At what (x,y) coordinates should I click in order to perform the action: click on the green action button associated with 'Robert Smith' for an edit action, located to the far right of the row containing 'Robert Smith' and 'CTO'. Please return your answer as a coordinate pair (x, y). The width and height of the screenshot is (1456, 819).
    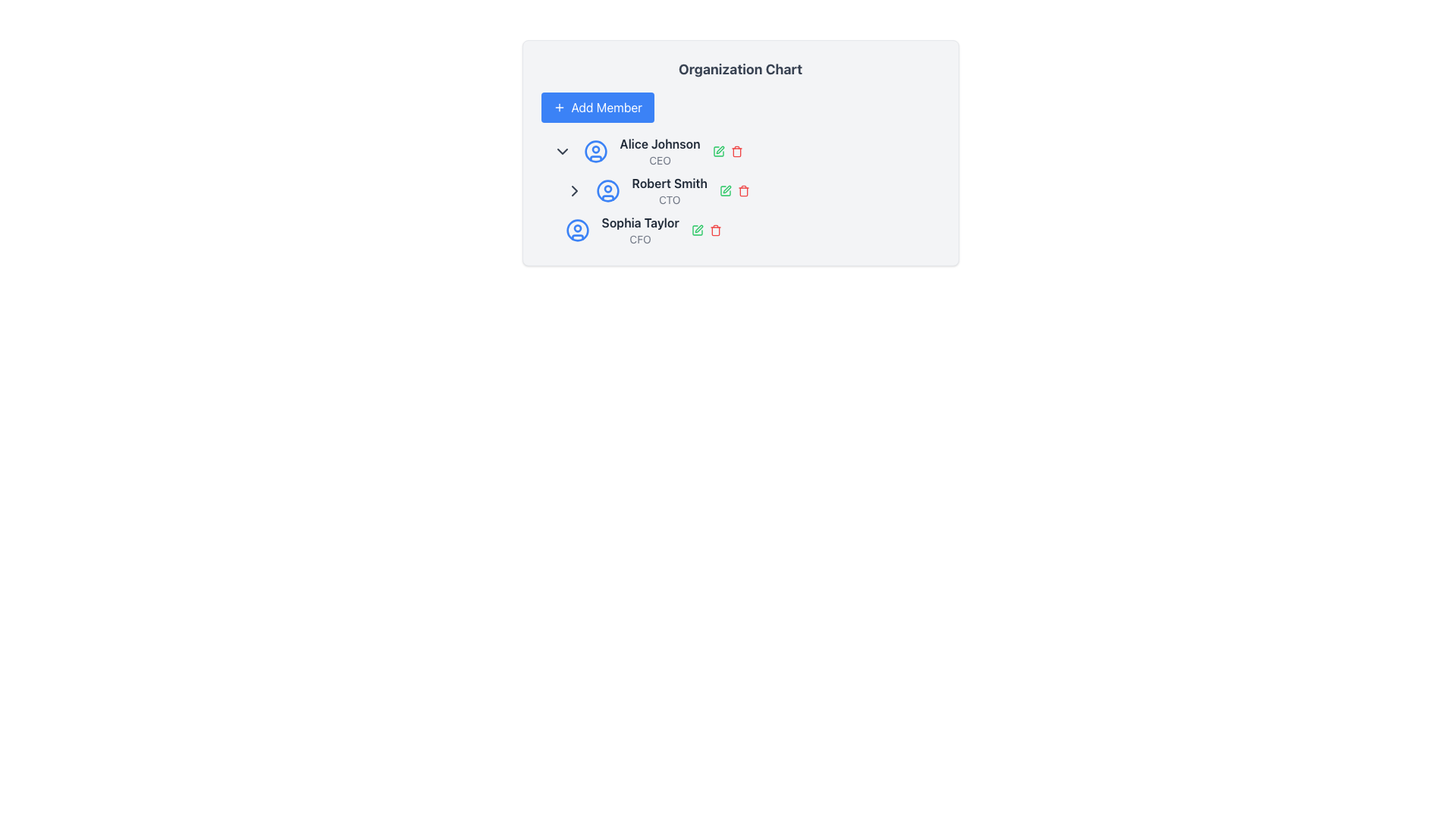
    Looking at the image, I should click on (735, 190).